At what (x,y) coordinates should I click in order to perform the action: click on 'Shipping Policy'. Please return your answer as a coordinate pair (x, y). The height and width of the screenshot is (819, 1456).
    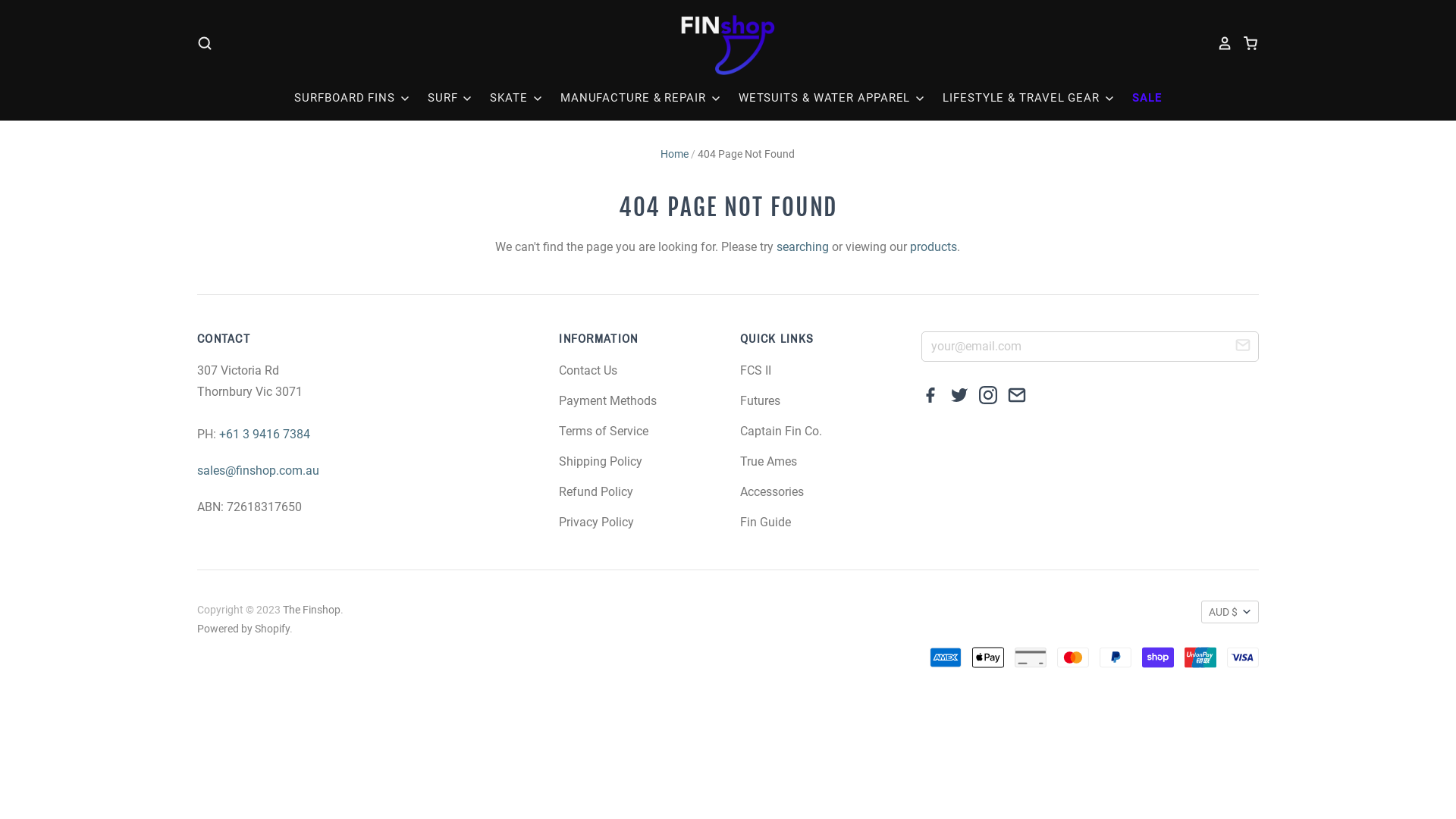
    Looking at the image, I should click on (600, 460).